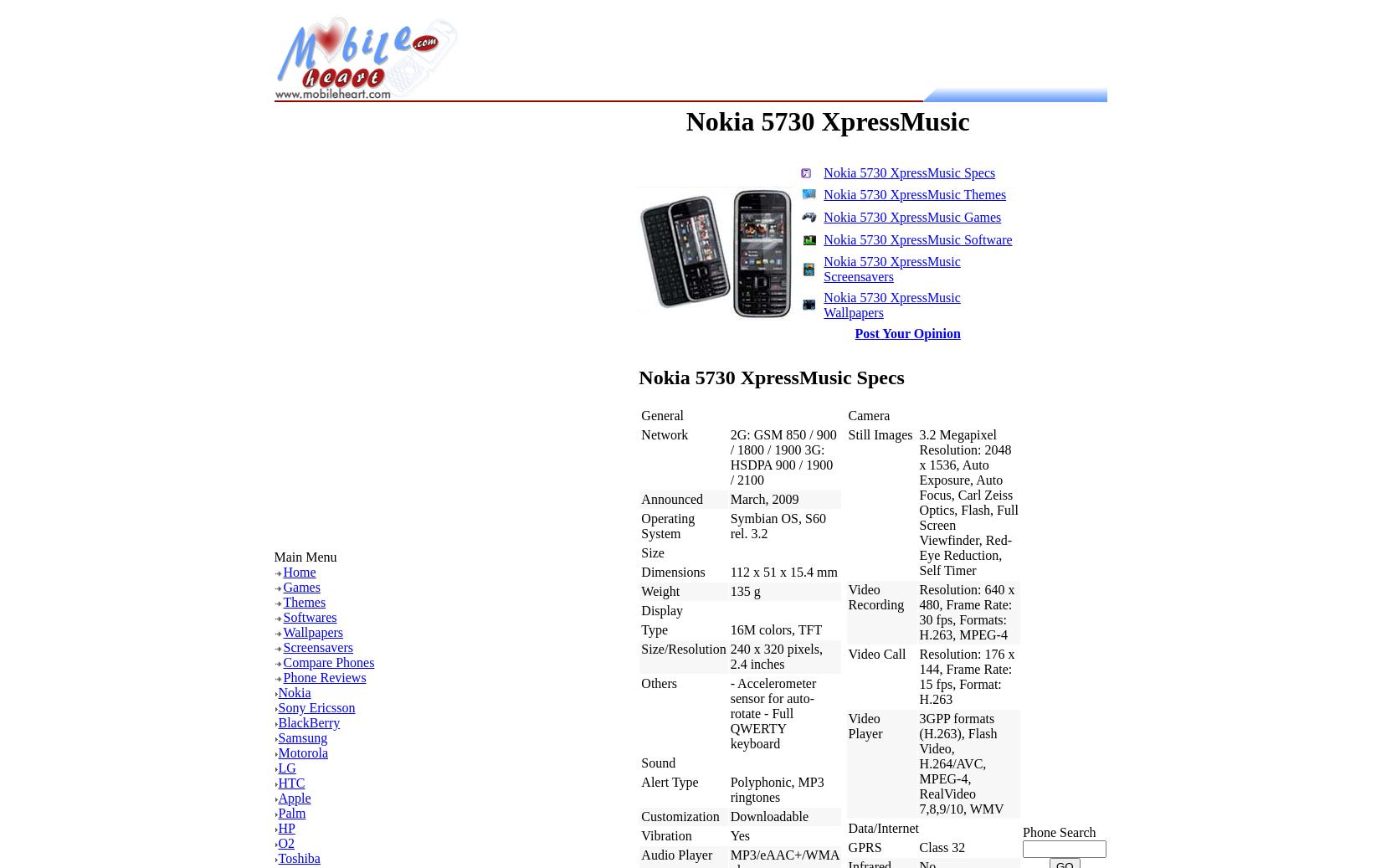 The width and height of the screenshot is (1381, 868). What do you see at coordinates (400, 408) in the screenshot?
I see `'Nokia 5730 XpressMusic download'` at bounding box center [400, 408].